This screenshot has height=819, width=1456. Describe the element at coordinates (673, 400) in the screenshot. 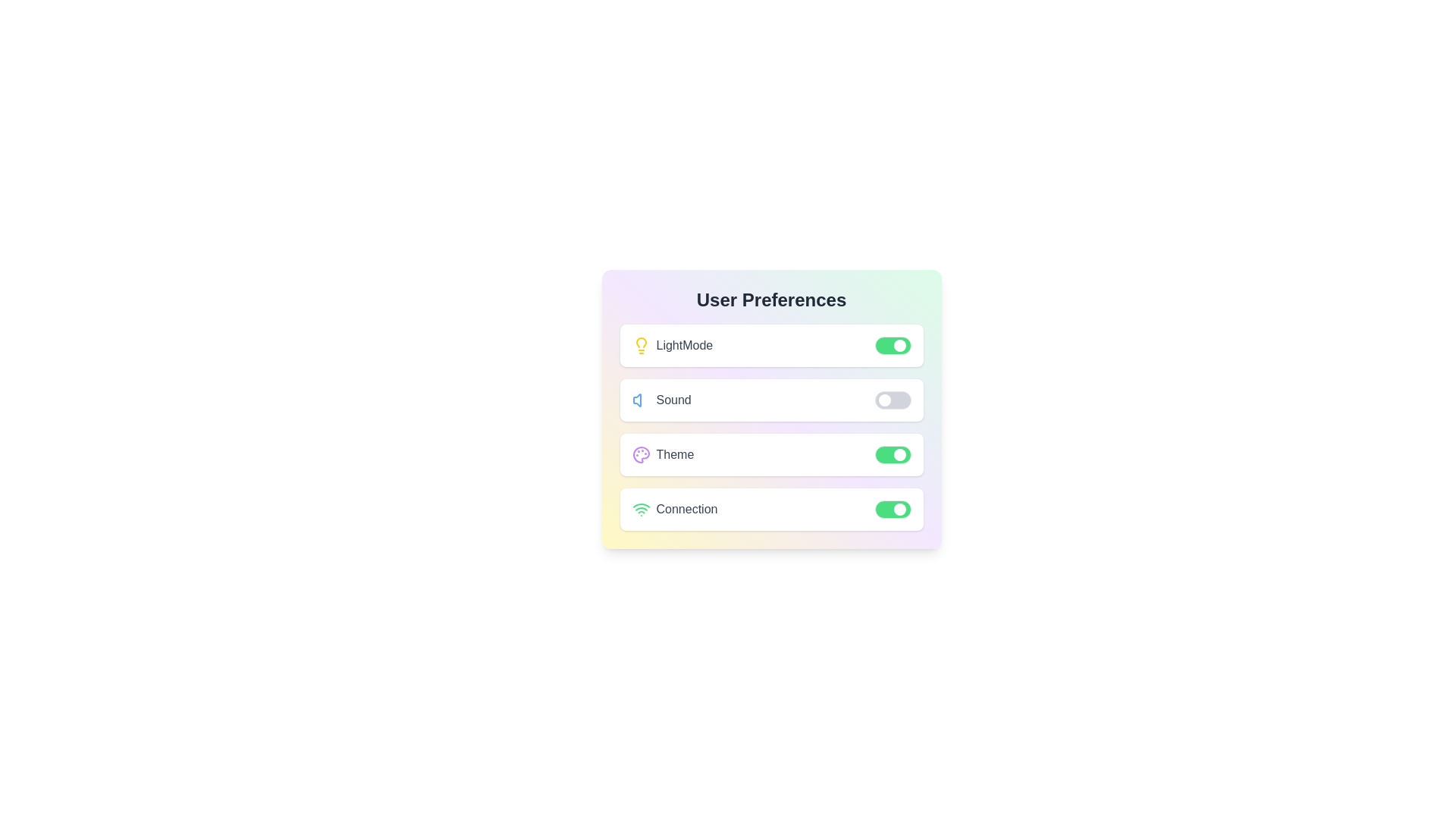

I see `the text label displaying 'Sound' which is bold, capitalized, and gray, located under the 'User Preferences' section, to the right of a blue speaker icon and left of a toggle switch` at that location.